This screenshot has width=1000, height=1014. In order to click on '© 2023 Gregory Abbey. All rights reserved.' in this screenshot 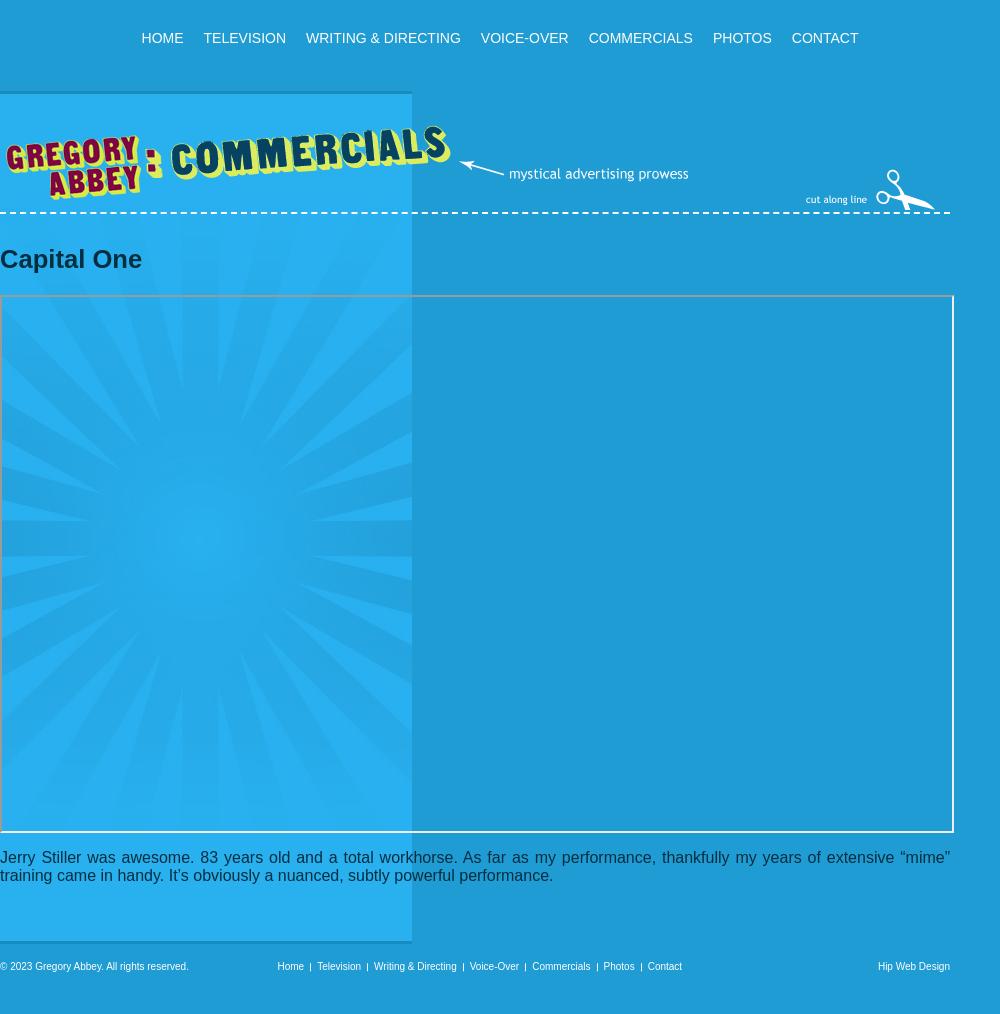, I will do `click(93, 966)`.